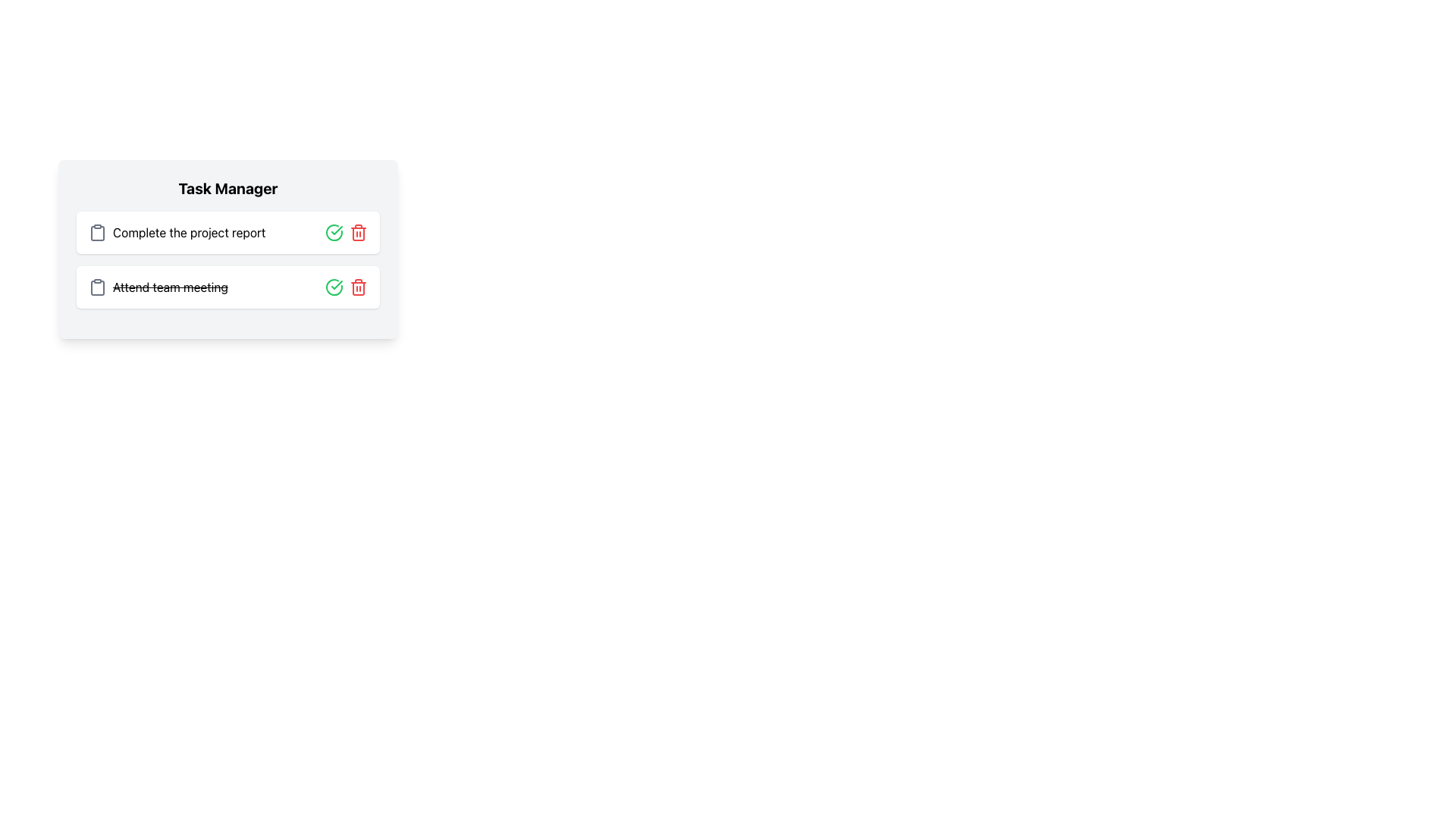  What do you see at coordinates (358, 287) in the screenshot?
I see `the delete button associated with the task 'Attend team meeting' for keyboard navigation` at bounding box center [358, 287].